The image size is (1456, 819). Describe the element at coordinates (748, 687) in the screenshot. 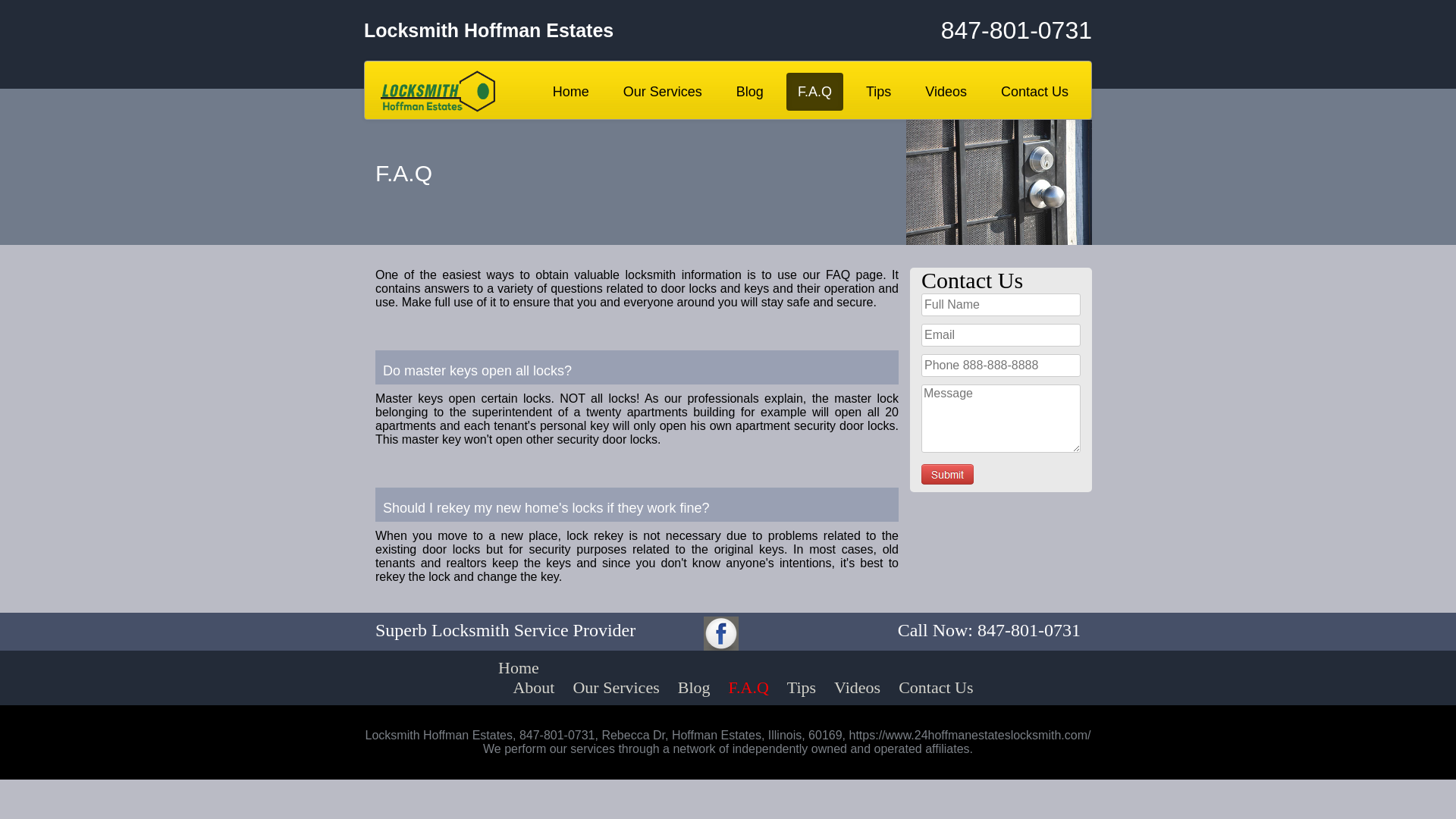

I see `'F.A.Q'` at that location.